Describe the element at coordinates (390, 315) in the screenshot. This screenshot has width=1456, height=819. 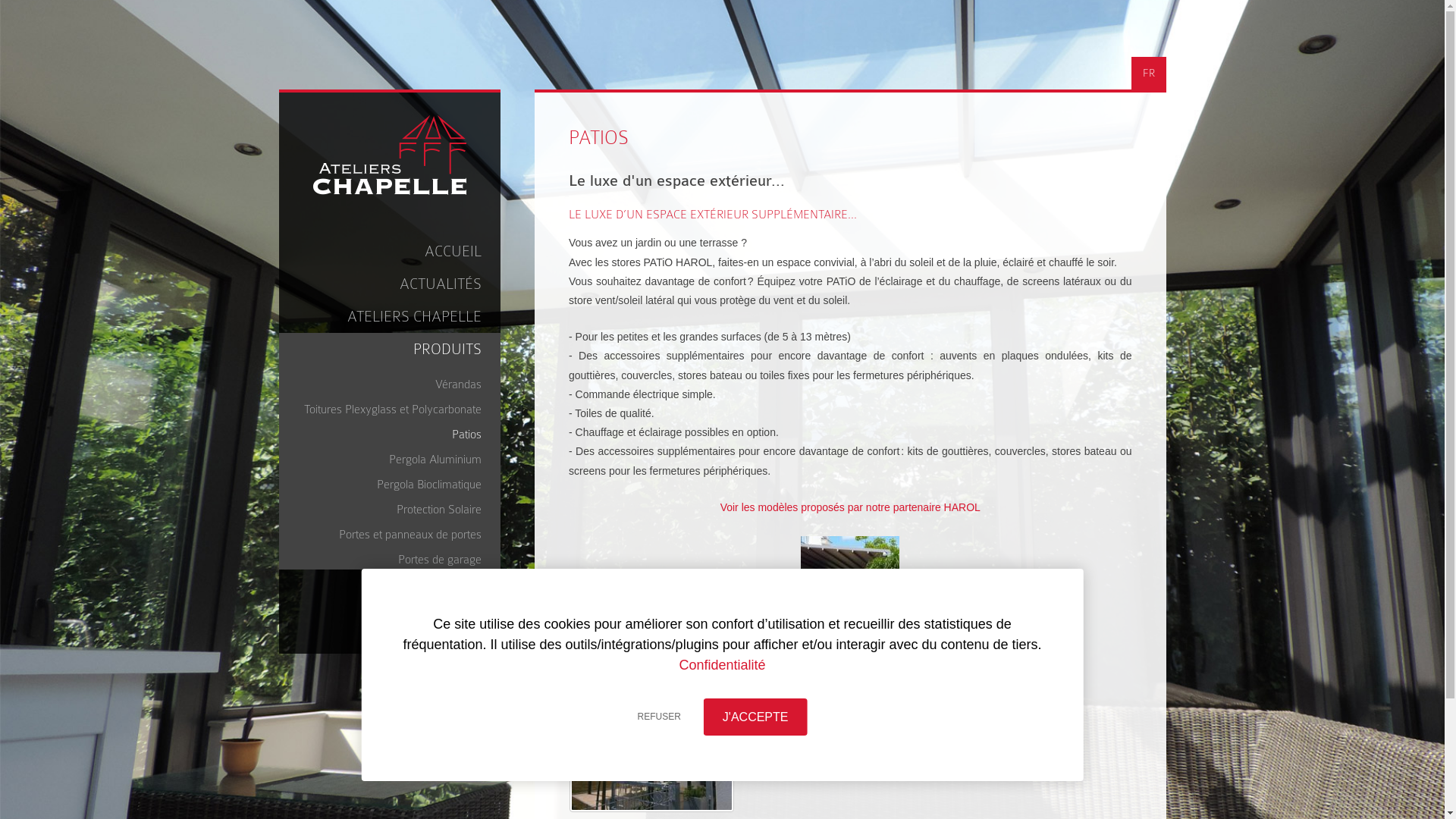
I see `'ATELIERS CHAPELLE'` at that location.